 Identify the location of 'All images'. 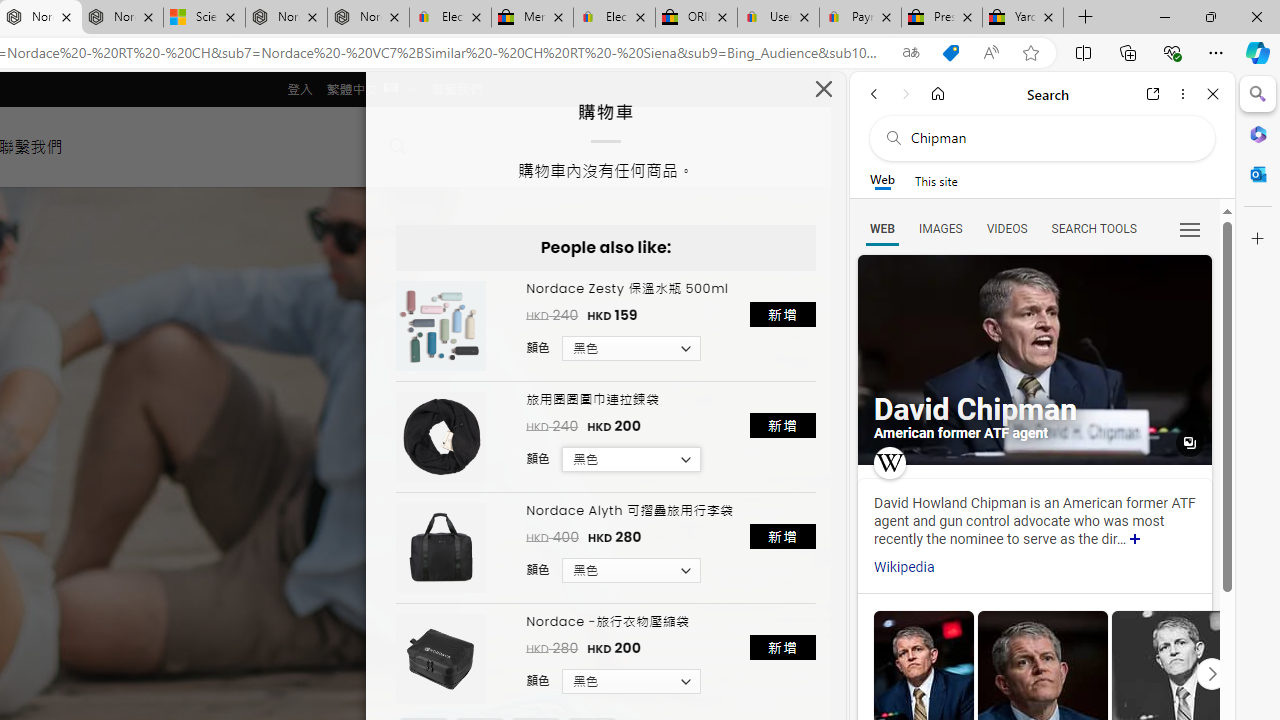
(1034, 360).